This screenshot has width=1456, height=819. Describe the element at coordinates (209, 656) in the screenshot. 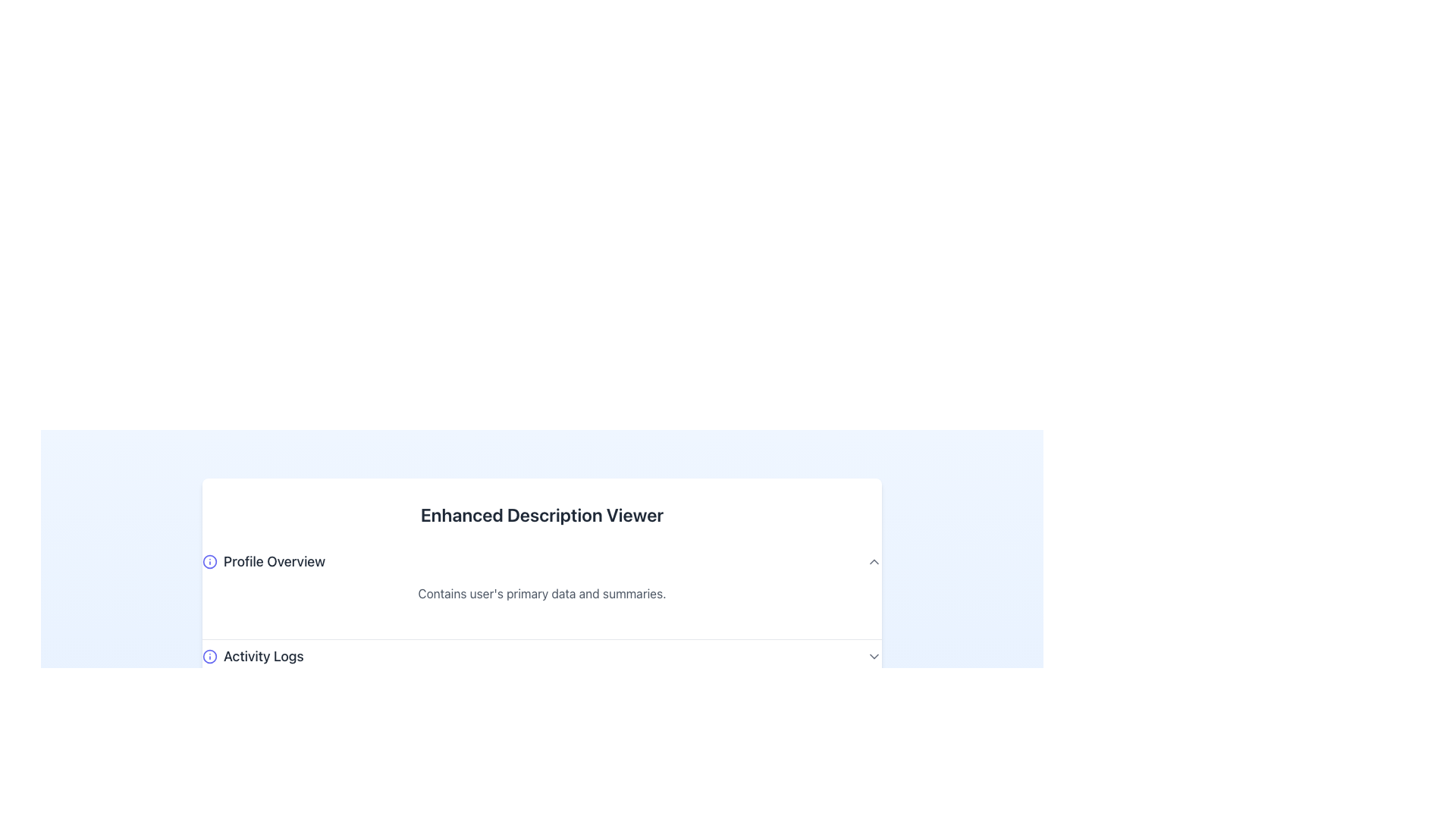

I see `the first SVG Circle element that serves as a graphical indicator adjacent to the 'Profile Overview' text label` at that location.